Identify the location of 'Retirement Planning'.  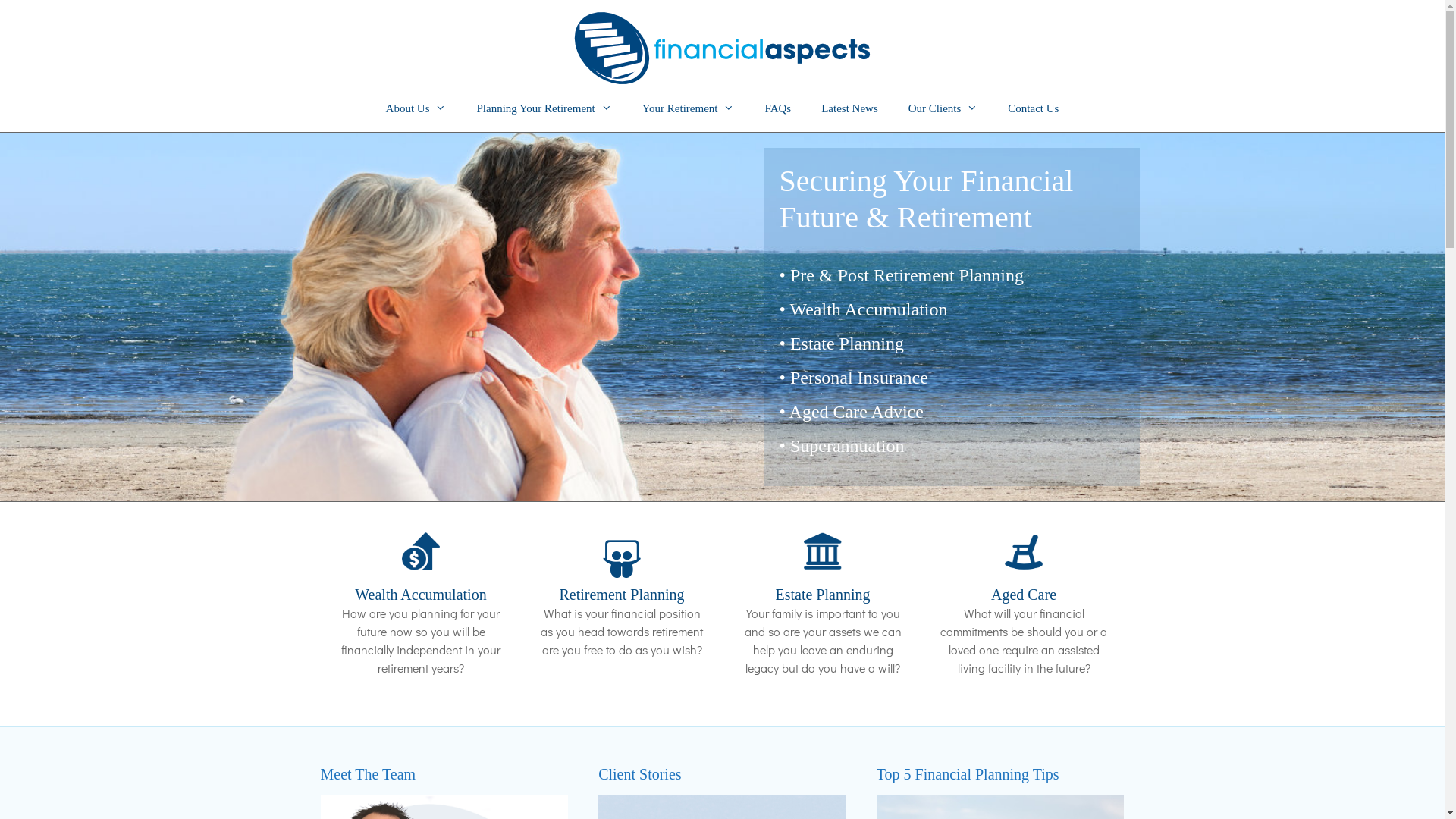
(622, 593).